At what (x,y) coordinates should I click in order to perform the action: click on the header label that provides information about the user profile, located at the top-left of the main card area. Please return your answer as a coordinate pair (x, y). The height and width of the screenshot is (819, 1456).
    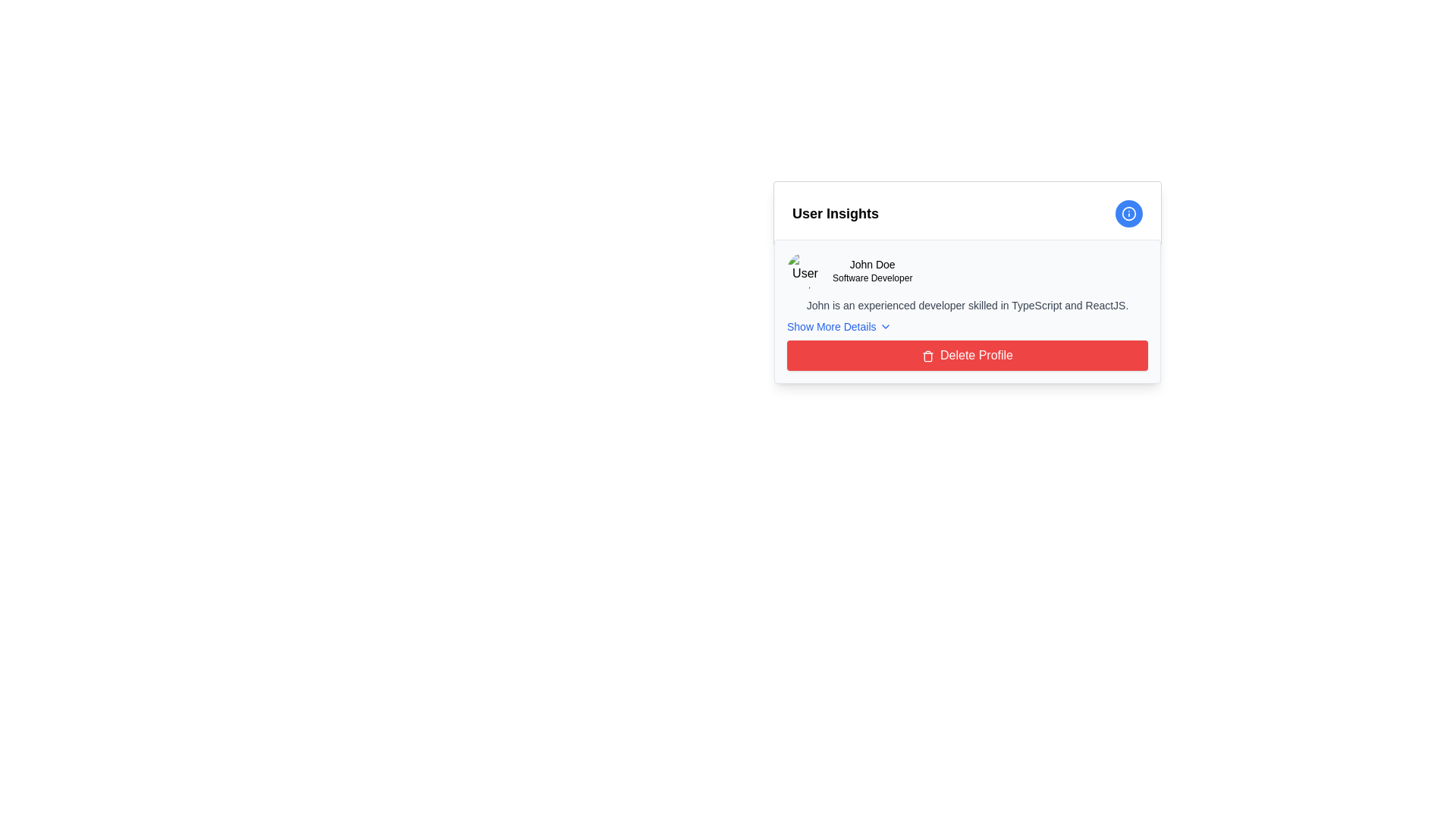
    Looking at the image, I should click on (835, 213).